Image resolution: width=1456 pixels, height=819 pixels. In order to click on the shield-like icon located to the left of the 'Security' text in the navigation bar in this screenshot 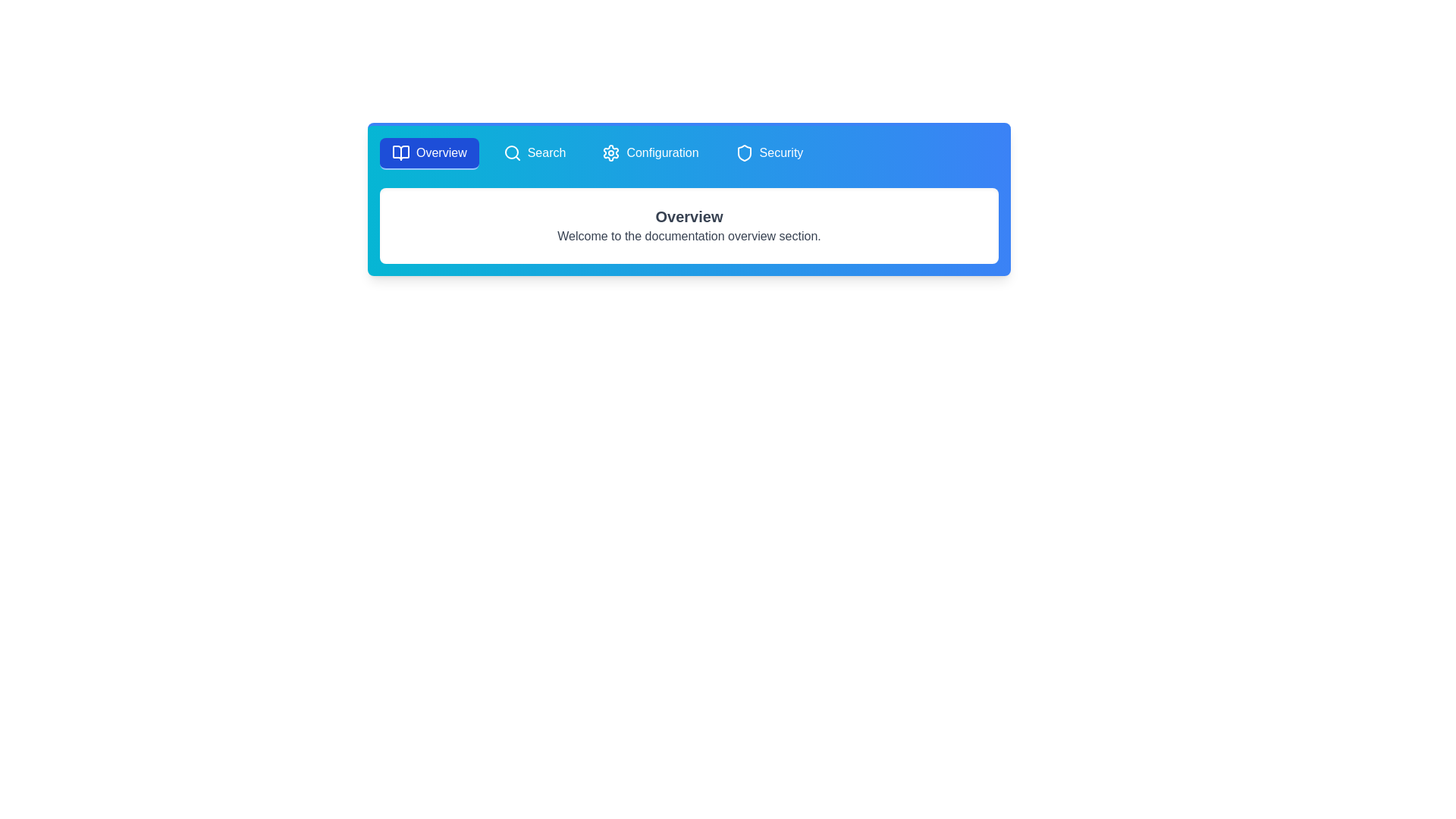, I will do `click(744, 152)`.